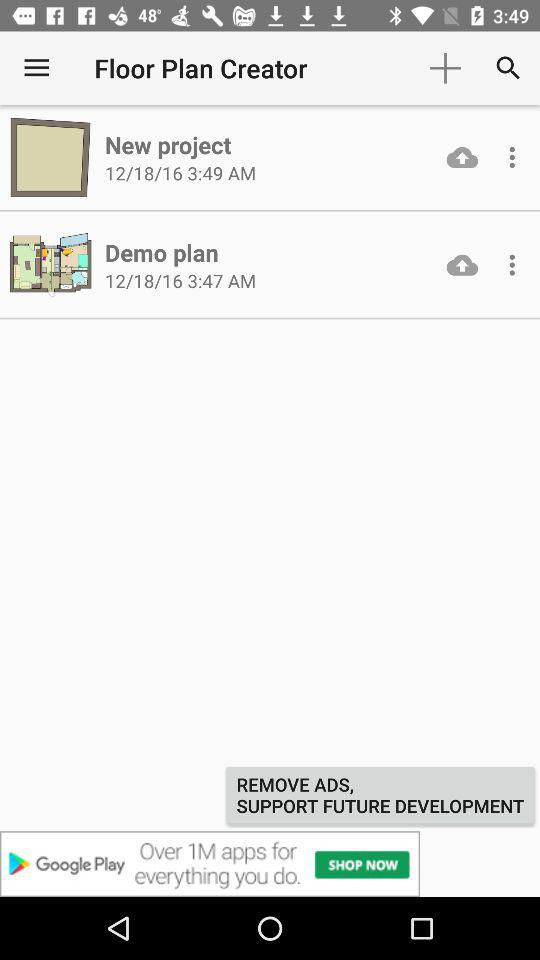  I want to click on download, so click(462, 264).